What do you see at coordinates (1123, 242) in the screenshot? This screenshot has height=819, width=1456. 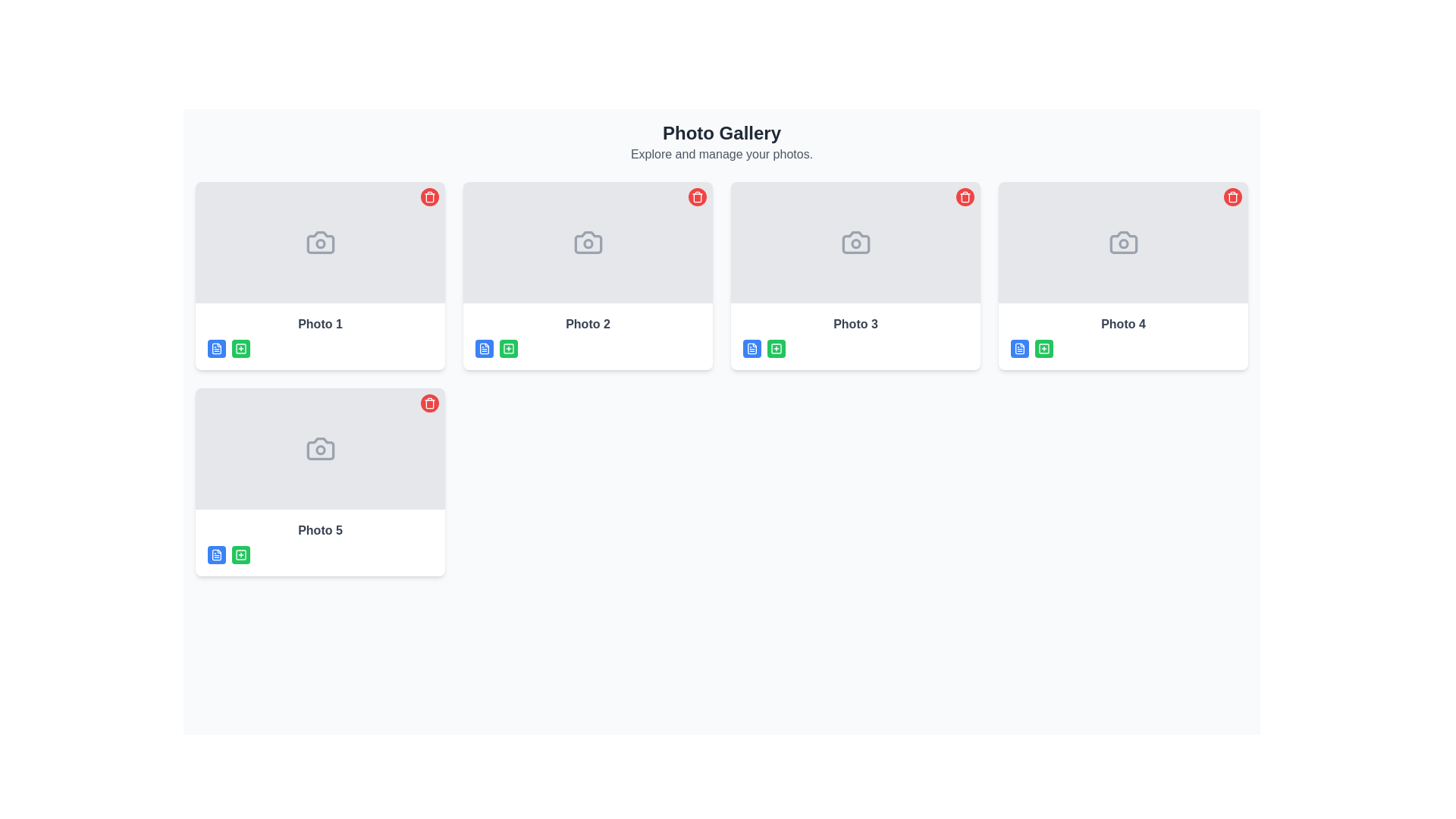 I see `the light gray rectangular box with a camera icon, which is located in the top-right corner of the 'Photo 4' card in the Photo Gallery grid` at bounding box center [1123, 242].